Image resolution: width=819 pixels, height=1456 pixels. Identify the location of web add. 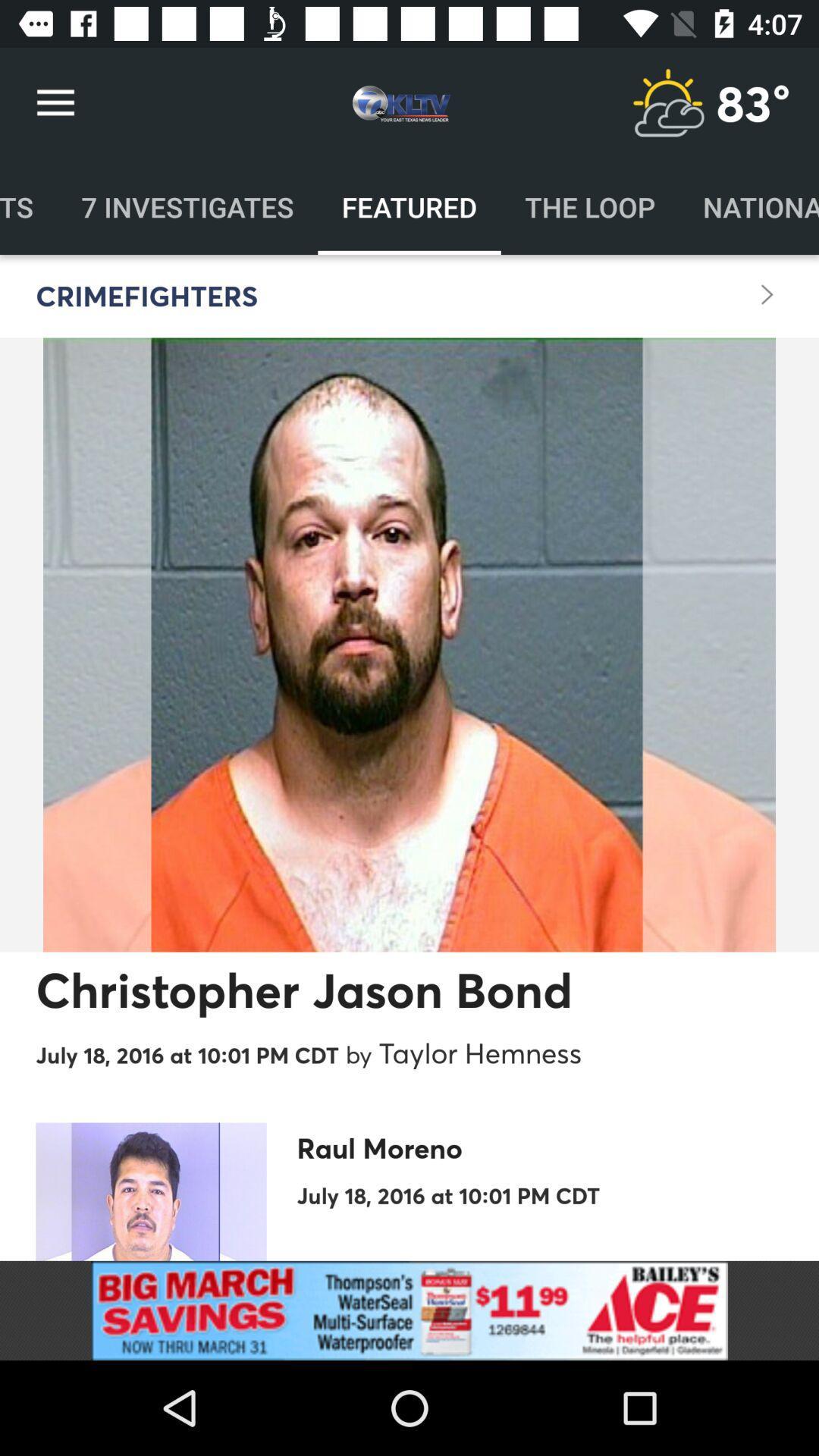
(409, 1310).